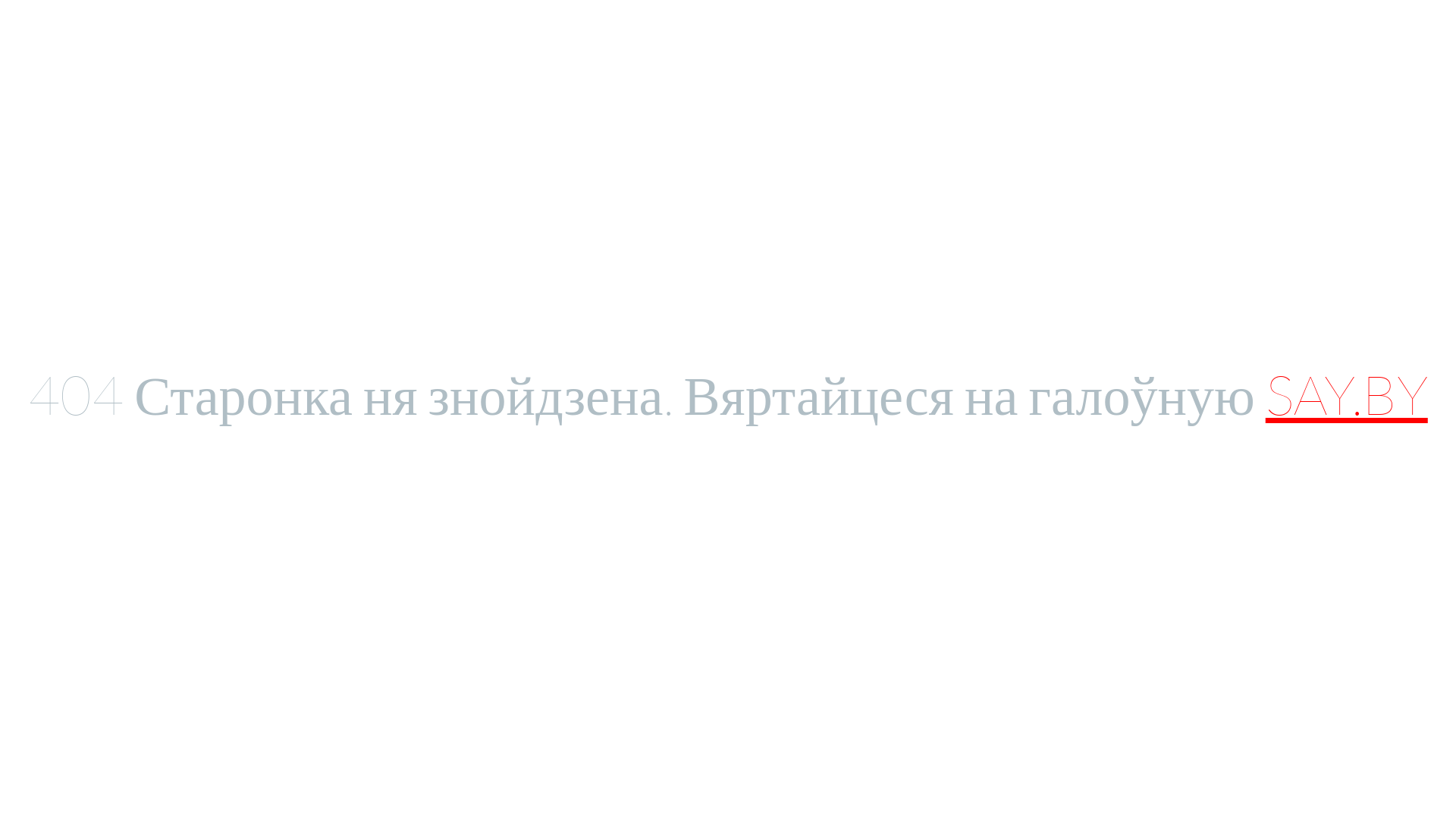 The height and width of the screenshot is (819, 1456). Describe the element at coordinates (1266, 393) in the screenshot. I see `'SAY.BY'` at that location.